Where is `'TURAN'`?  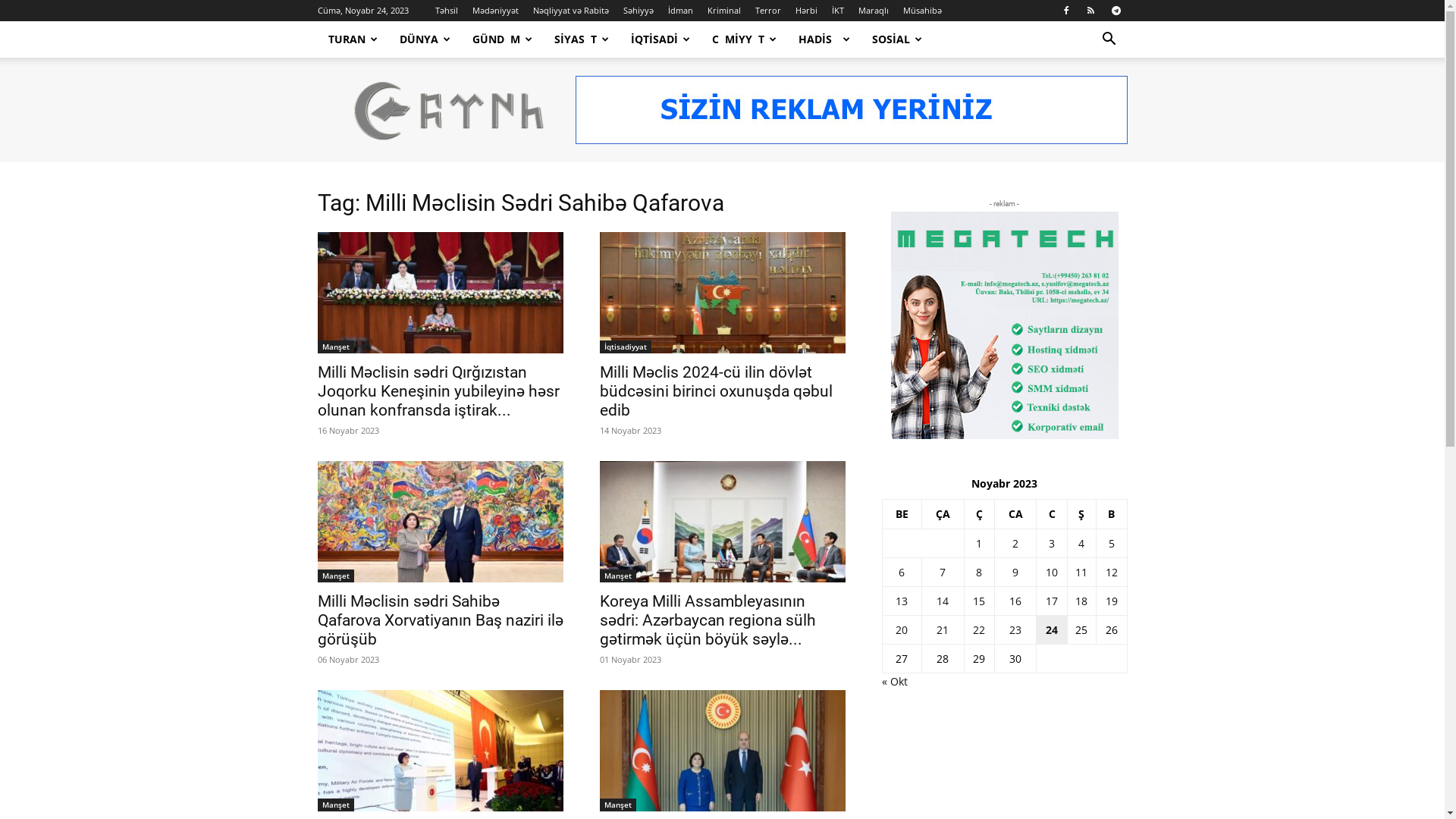
'TURAN' is located at coordinates (352, 38).